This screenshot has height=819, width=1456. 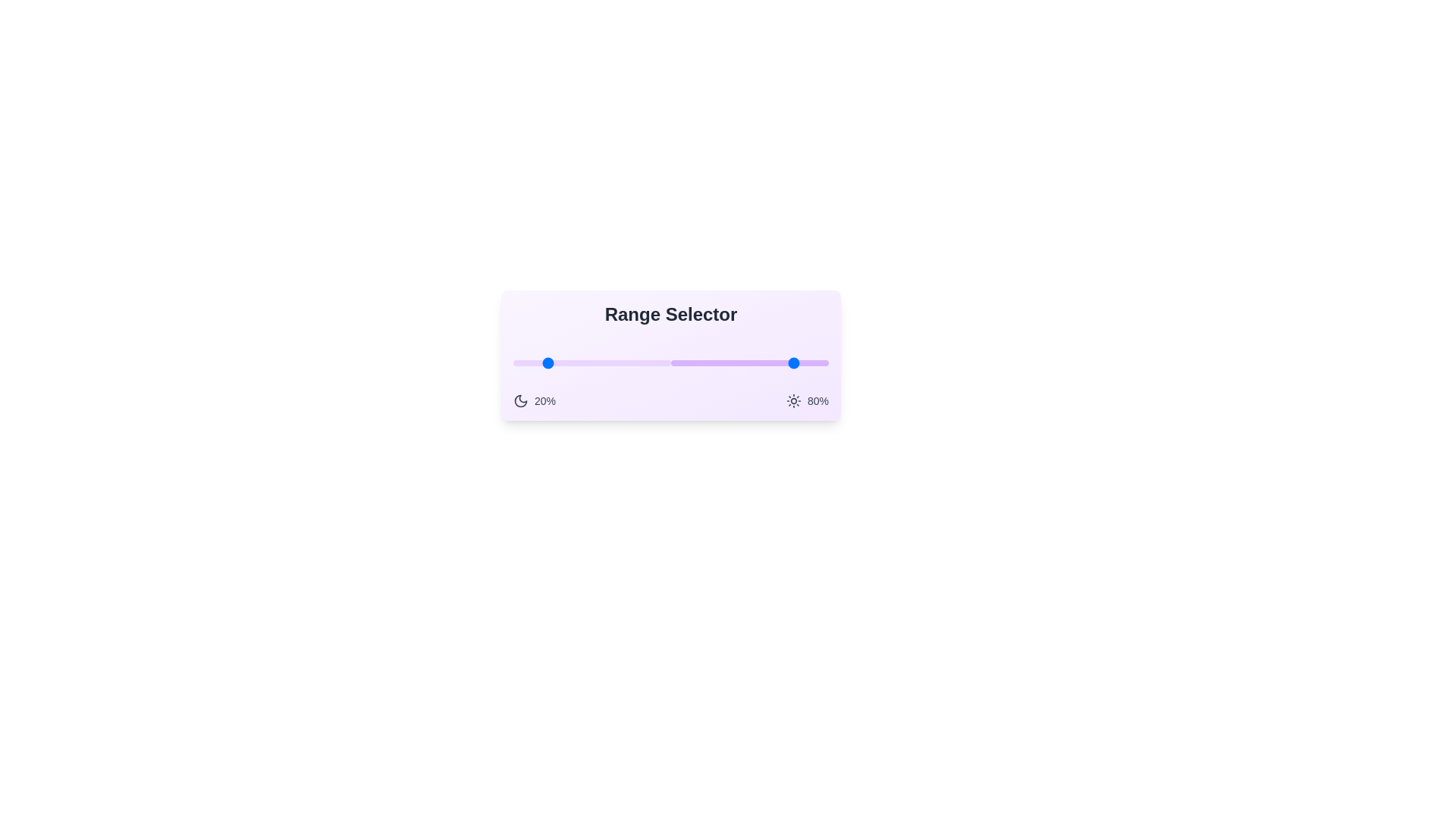 What do you see at coordinates (558, 362) in the screenshot?
I see `the lower bound of the range to 29% by dragging the left slider` at bounding box center [558, 362].